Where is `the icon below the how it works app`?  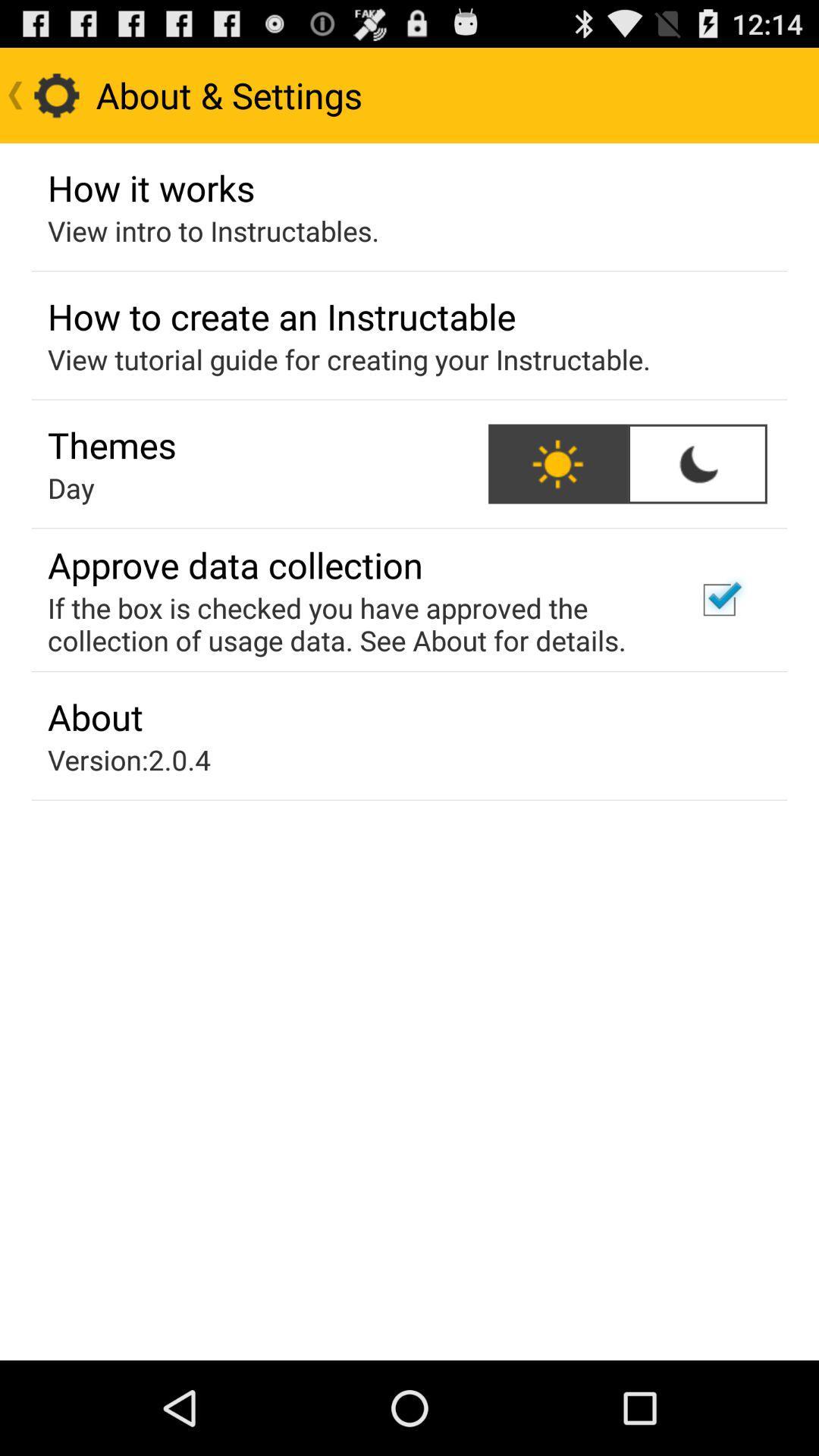 the icon below the how it works app is located at coordinates (213, 230).